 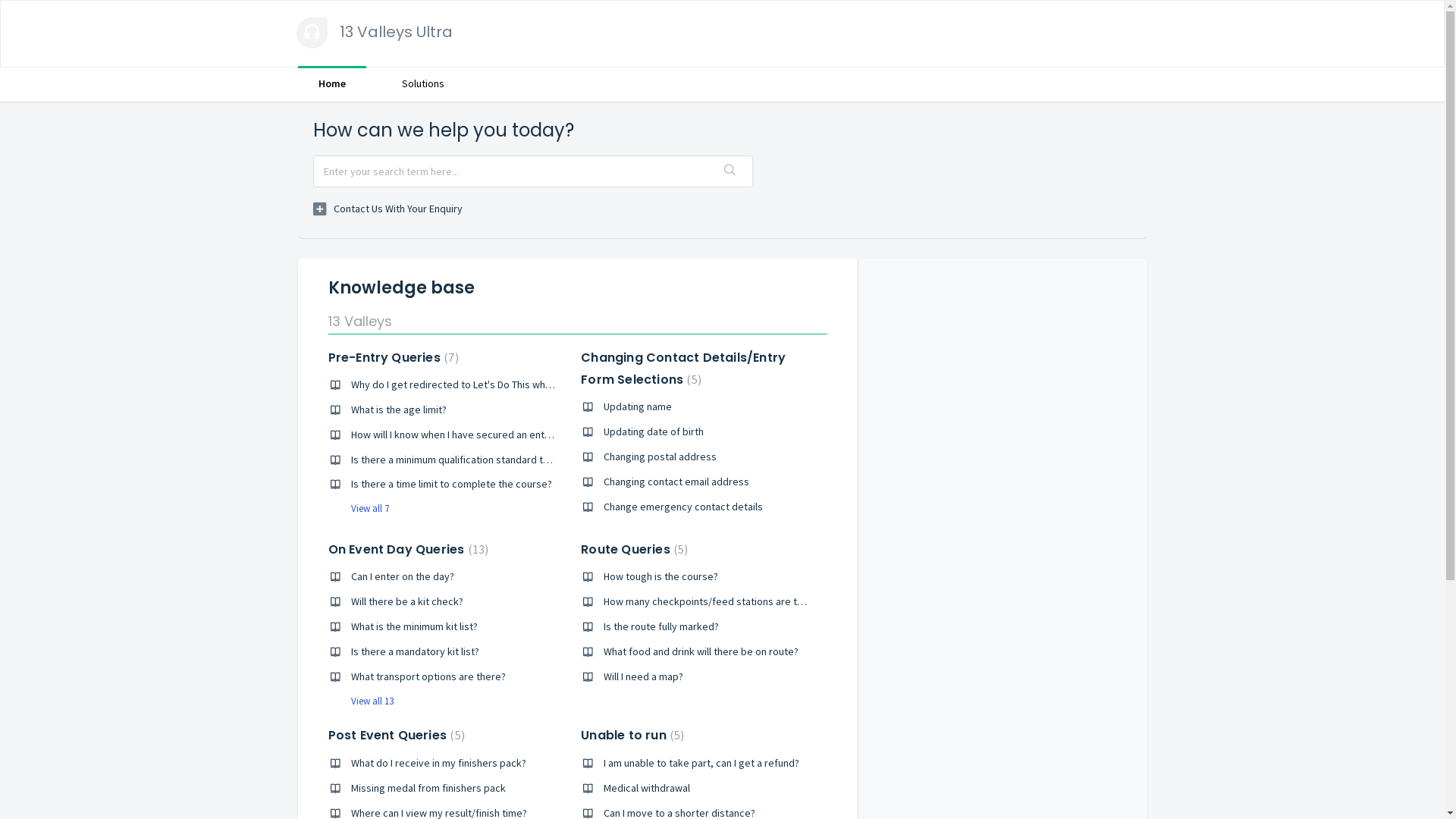 I want to click on 'Can I enter on the day?', so click(x=401, y=576).